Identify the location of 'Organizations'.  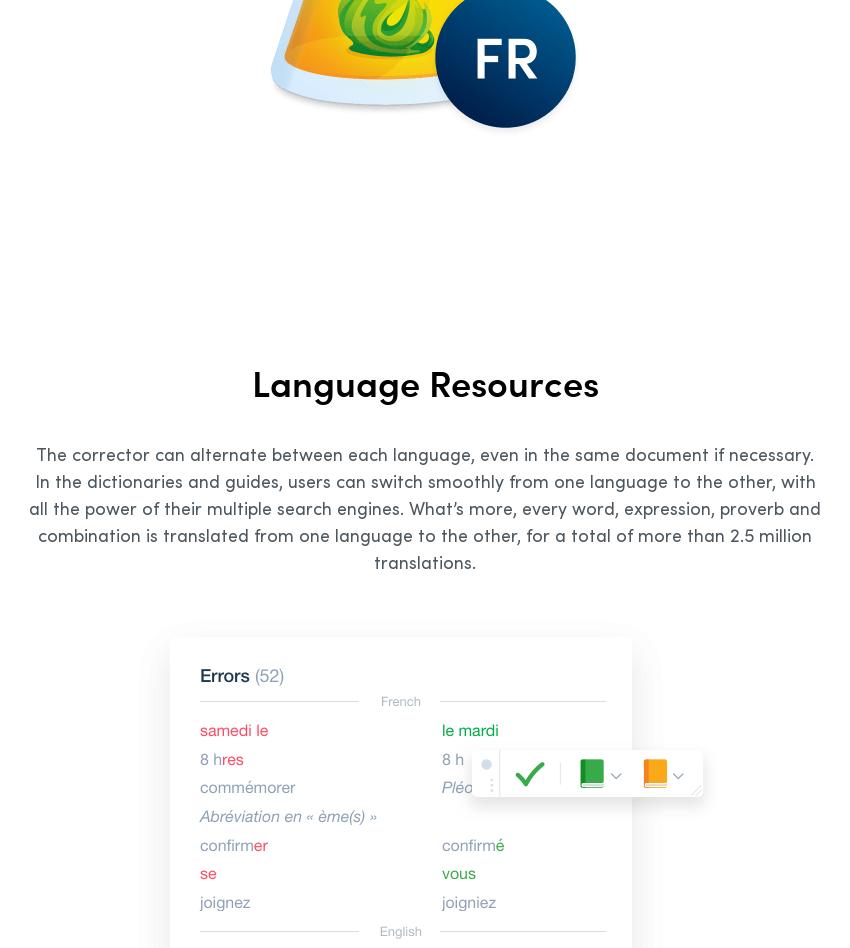
(26, 617).